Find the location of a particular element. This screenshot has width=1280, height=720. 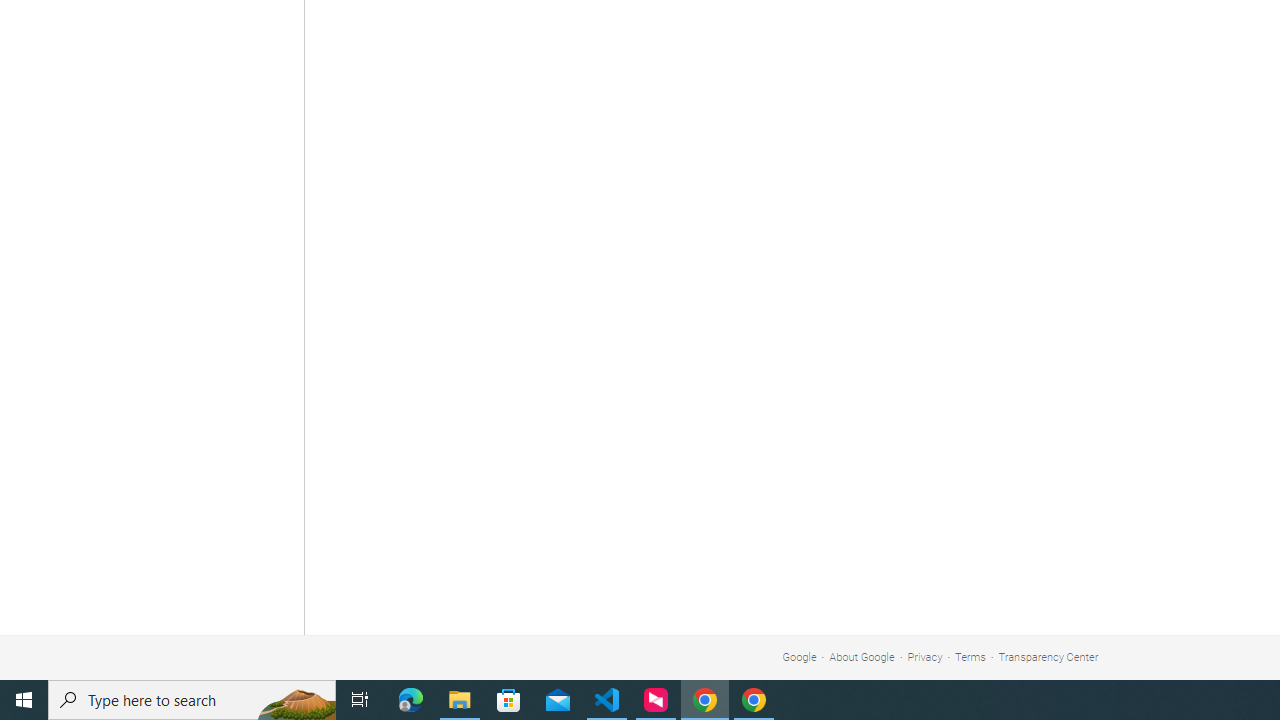

'About Google' is located at coordinates (862, 657).